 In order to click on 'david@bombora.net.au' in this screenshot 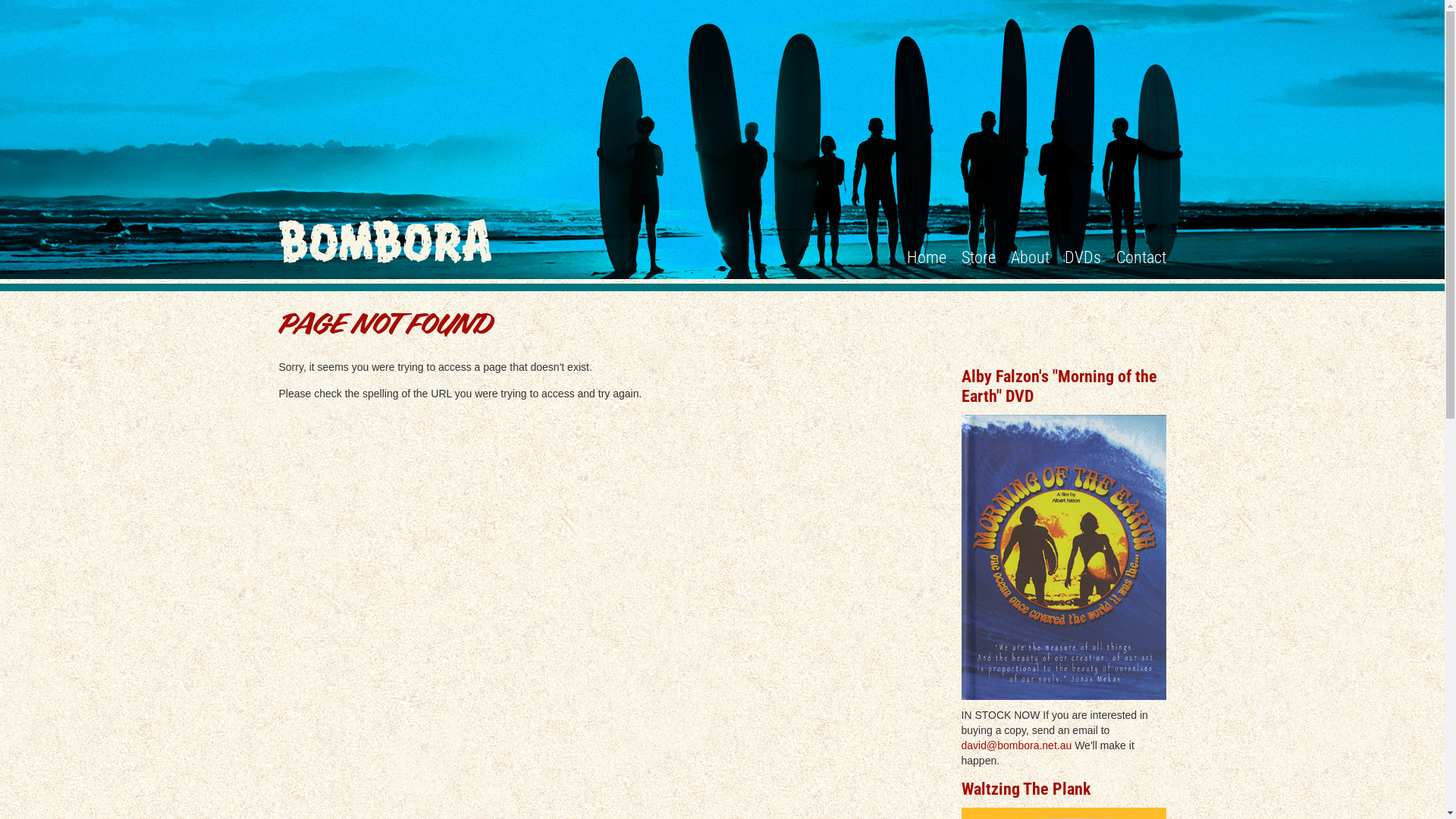, I will do `click(1016, 745)`.